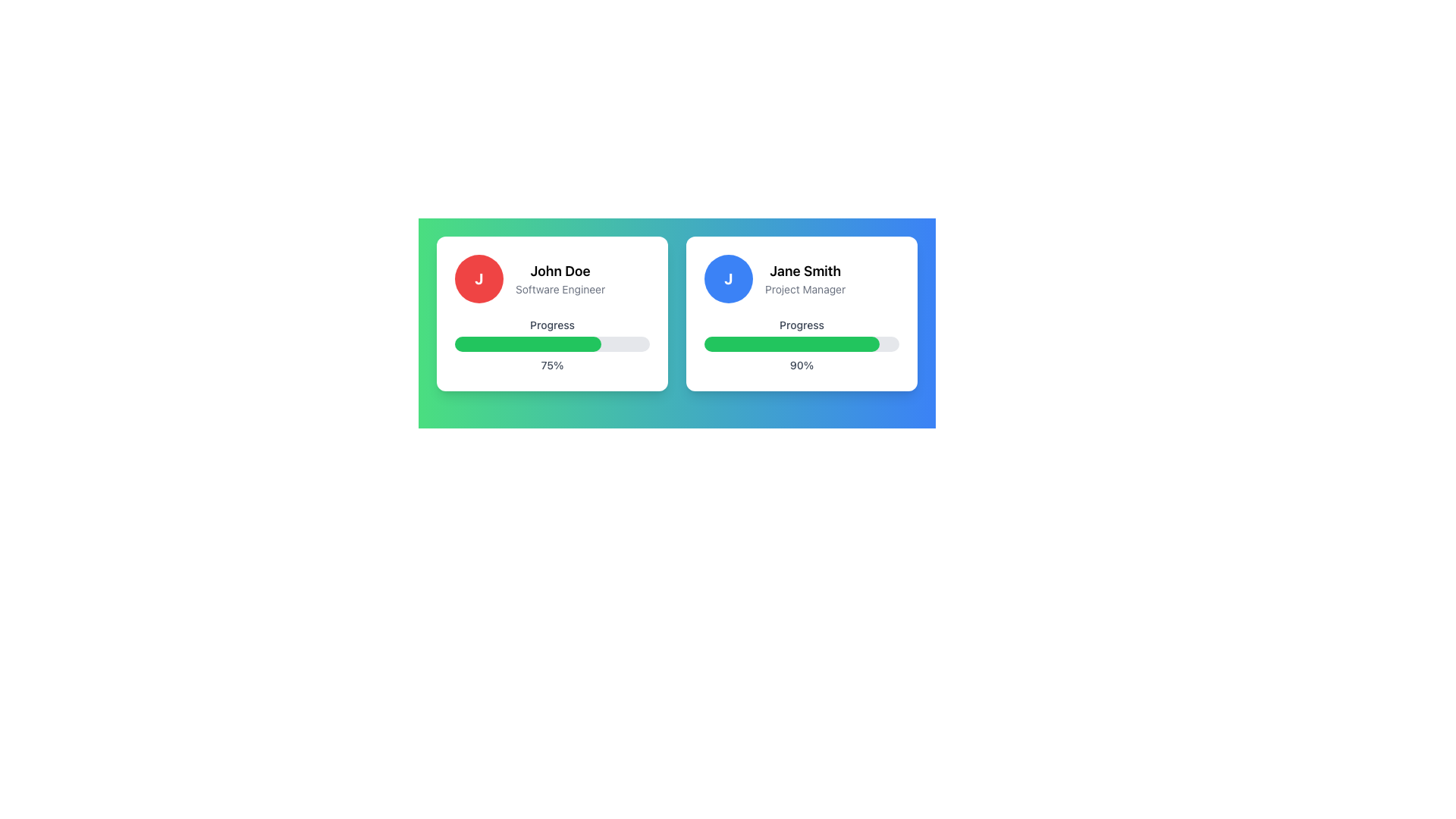 The width and height of the screenshot is (1456, 819). Describe the element at coordinates (801, 278) in the screenshot. I see `the Profile Summary Section element that displays a circular blue icon with the letter 'J' and the name 'Jane Smith' along with 'Project Manager' text` at that location.